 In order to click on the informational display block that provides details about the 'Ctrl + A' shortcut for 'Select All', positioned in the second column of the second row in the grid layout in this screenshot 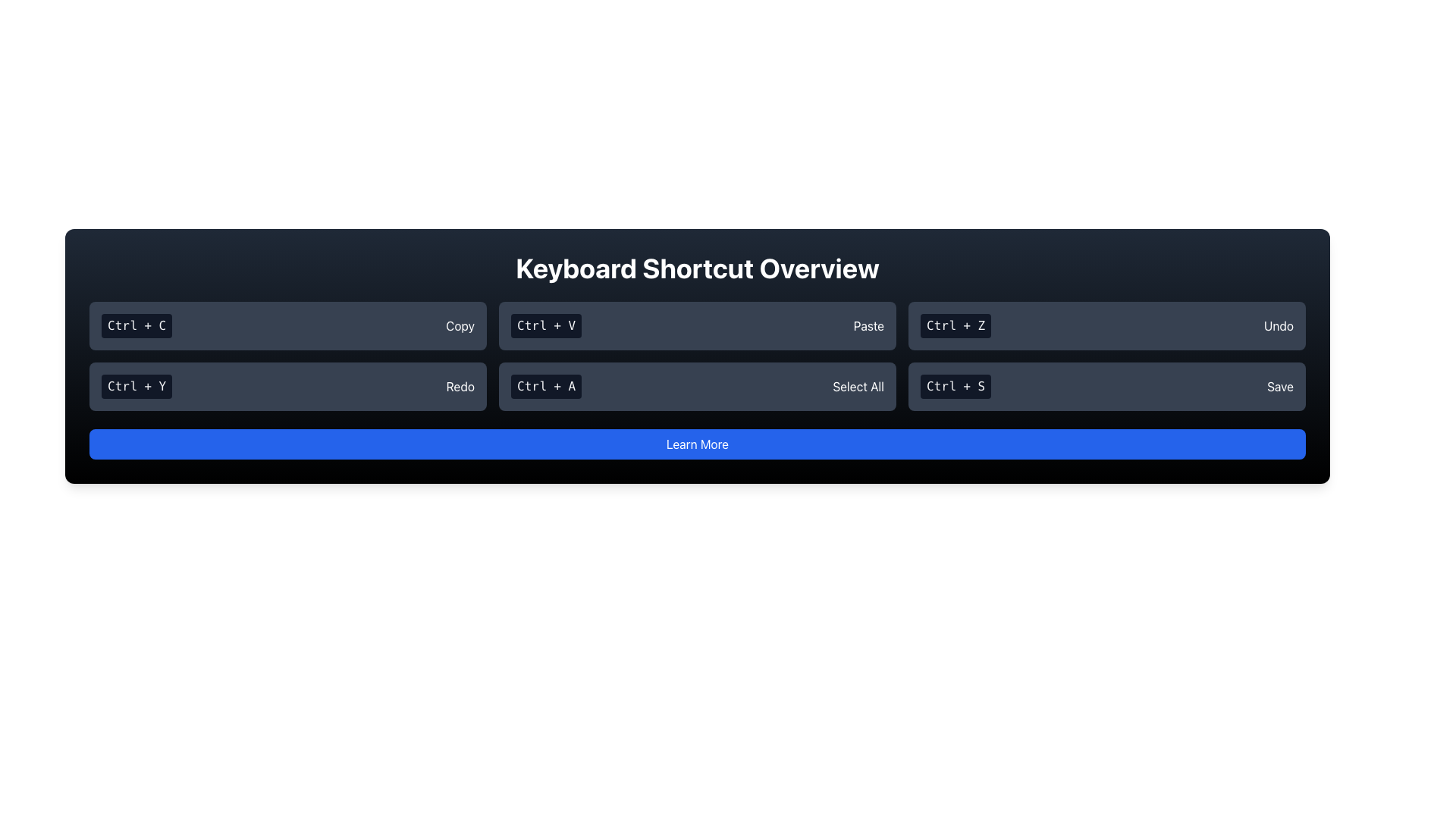, I will do `click(697, 385)`.